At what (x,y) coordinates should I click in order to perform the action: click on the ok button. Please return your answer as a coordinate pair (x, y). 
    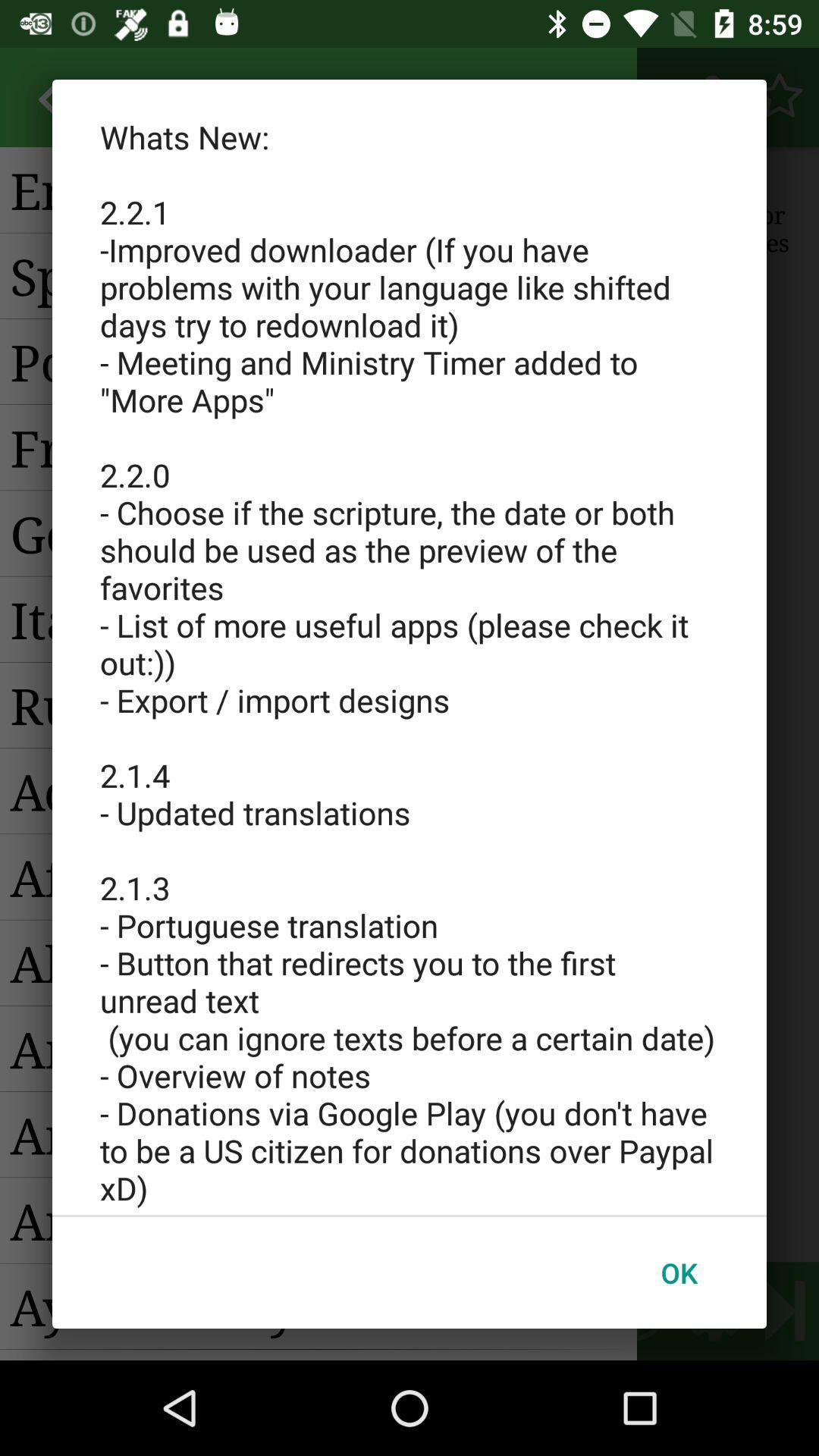
    Looking at the image, I should click on (678, 1272).